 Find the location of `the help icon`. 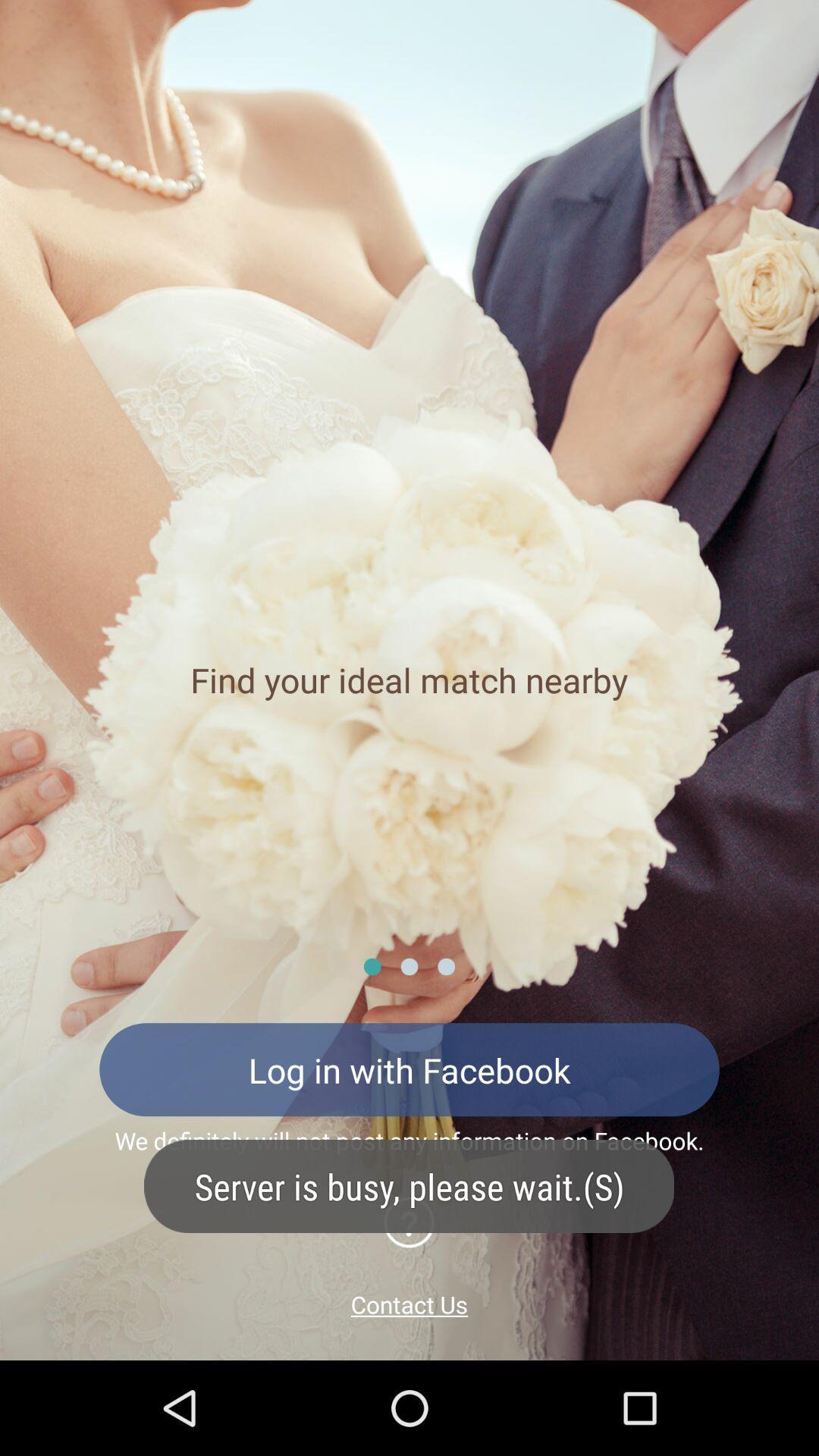

the help icon is located at coordinates (408, 1222).